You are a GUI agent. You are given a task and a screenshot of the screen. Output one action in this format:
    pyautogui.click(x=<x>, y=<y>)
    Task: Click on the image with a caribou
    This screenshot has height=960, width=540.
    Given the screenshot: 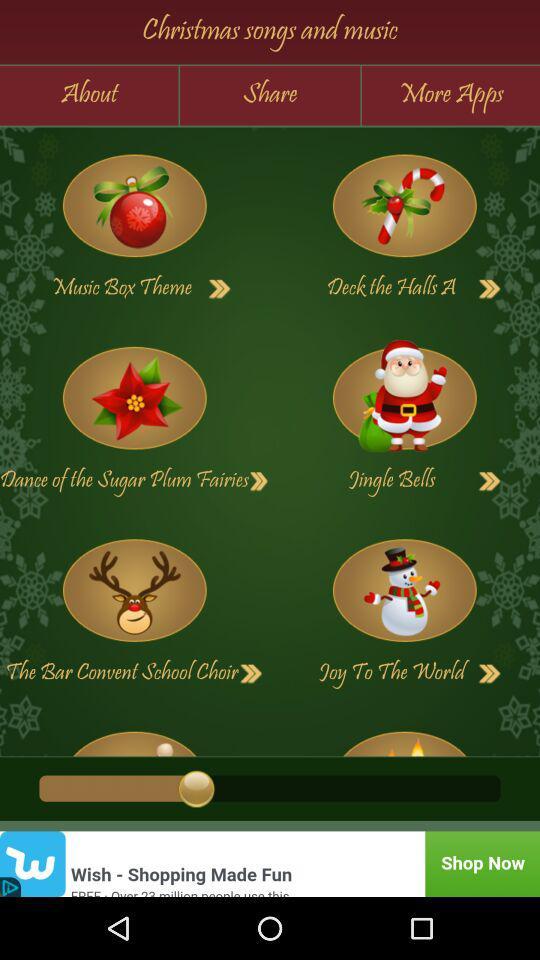 What is the action you would take?
    pyautogui.click(x=134, y=590)
    